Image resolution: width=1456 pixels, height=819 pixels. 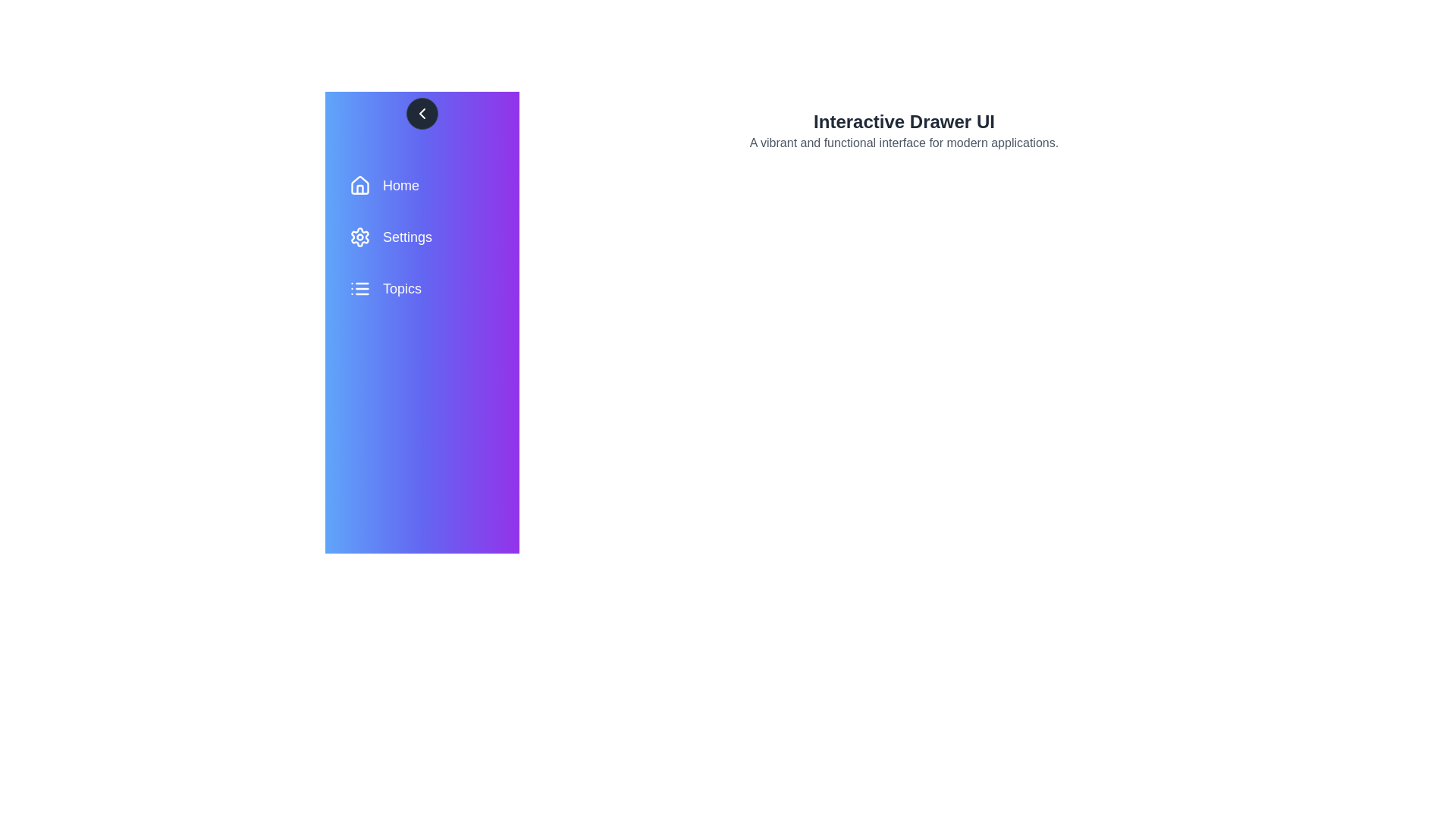 I want to click on the 'Settings' menu item in the drawer, so click(x=407, y=237).